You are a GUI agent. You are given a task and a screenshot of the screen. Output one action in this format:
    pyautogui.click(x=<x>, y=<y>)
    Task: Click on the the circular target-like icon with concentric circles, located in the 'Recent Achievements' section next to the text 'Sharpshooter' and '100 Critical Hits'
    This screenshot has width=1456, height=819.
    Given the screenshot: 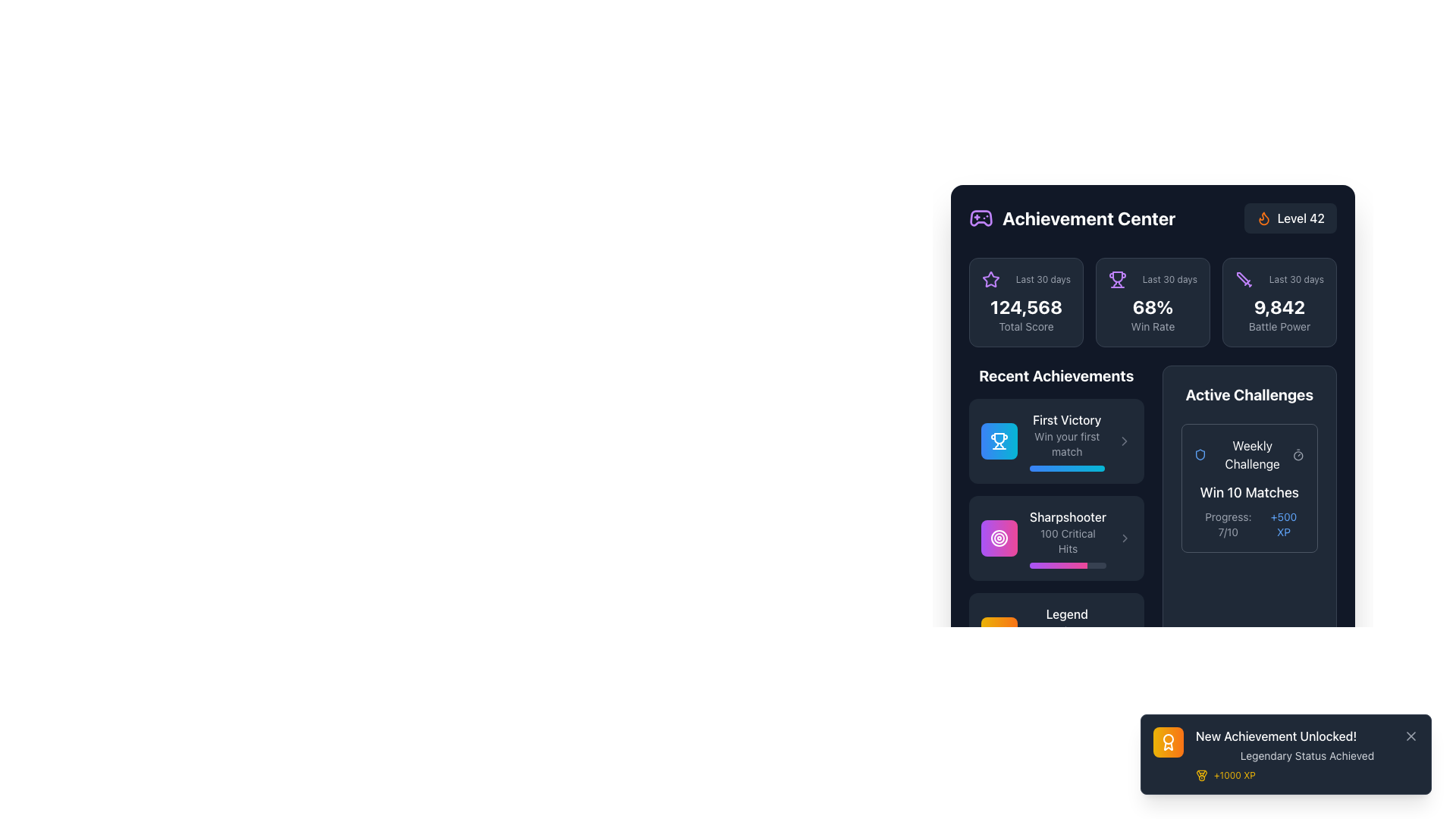 What is the action you would take?
    pyautogui.click(x=999, y=537)
    